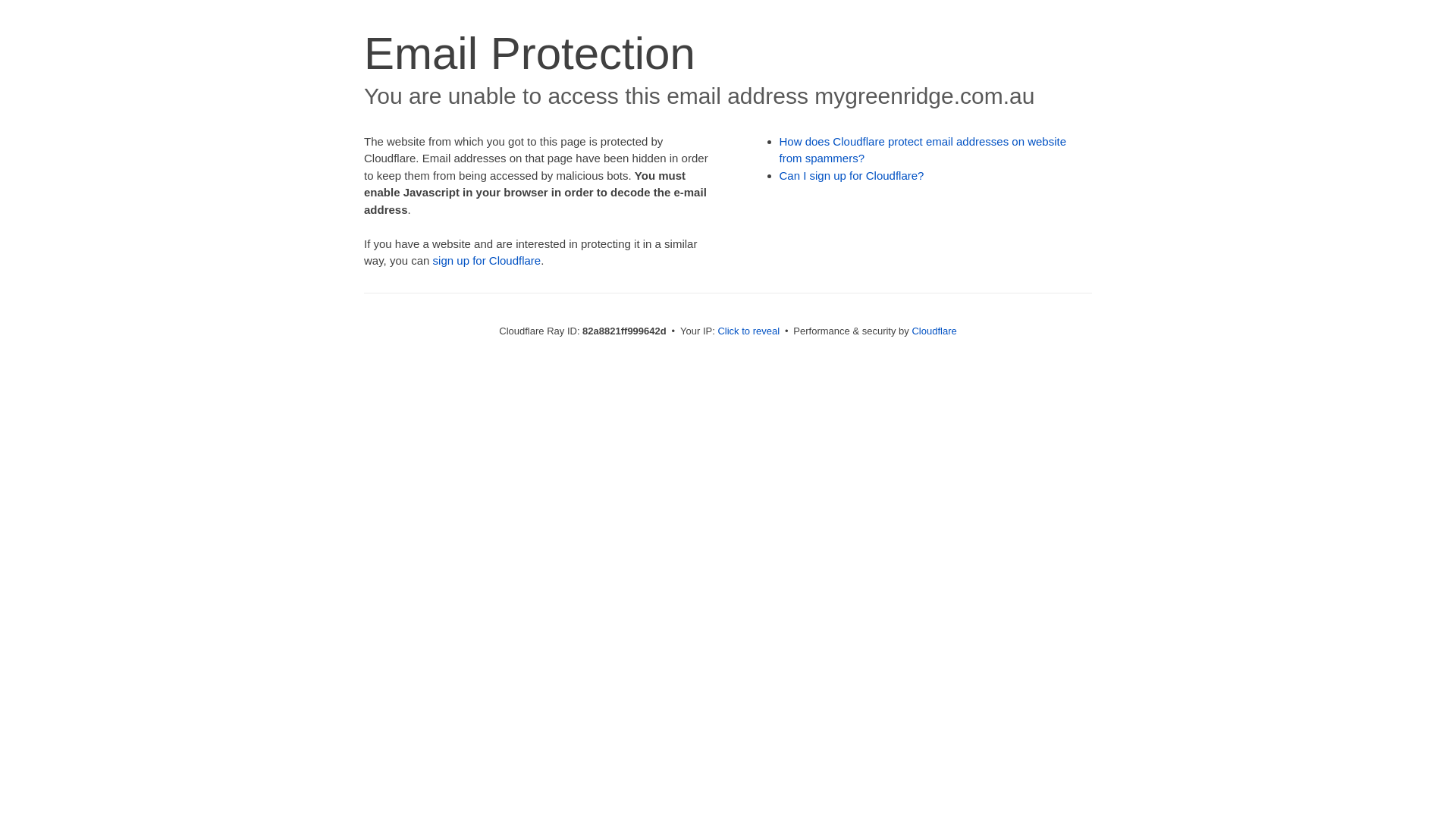  What do you see at coordinates (748, 330) in the screenshot?
I see `'Click to reveal'` at bounding box center [748, 330].